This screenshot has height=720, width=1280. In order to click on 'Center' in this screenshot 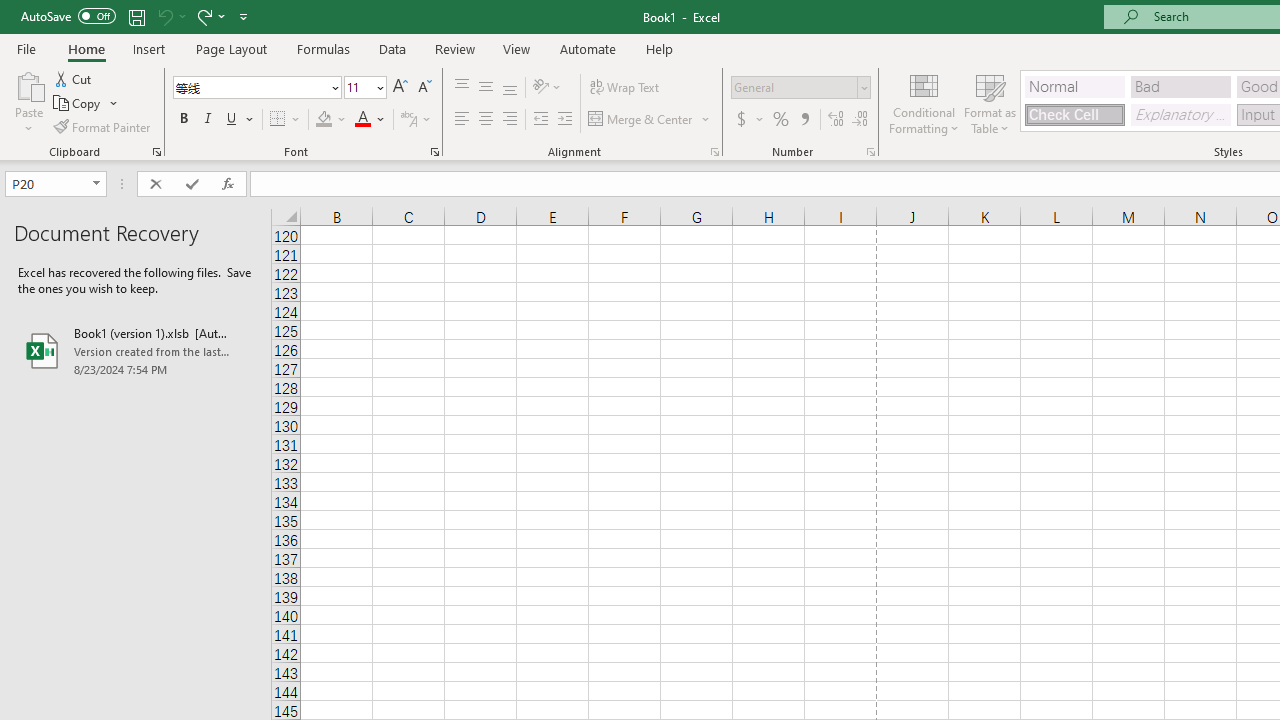, I will do `click(485, 119)`.